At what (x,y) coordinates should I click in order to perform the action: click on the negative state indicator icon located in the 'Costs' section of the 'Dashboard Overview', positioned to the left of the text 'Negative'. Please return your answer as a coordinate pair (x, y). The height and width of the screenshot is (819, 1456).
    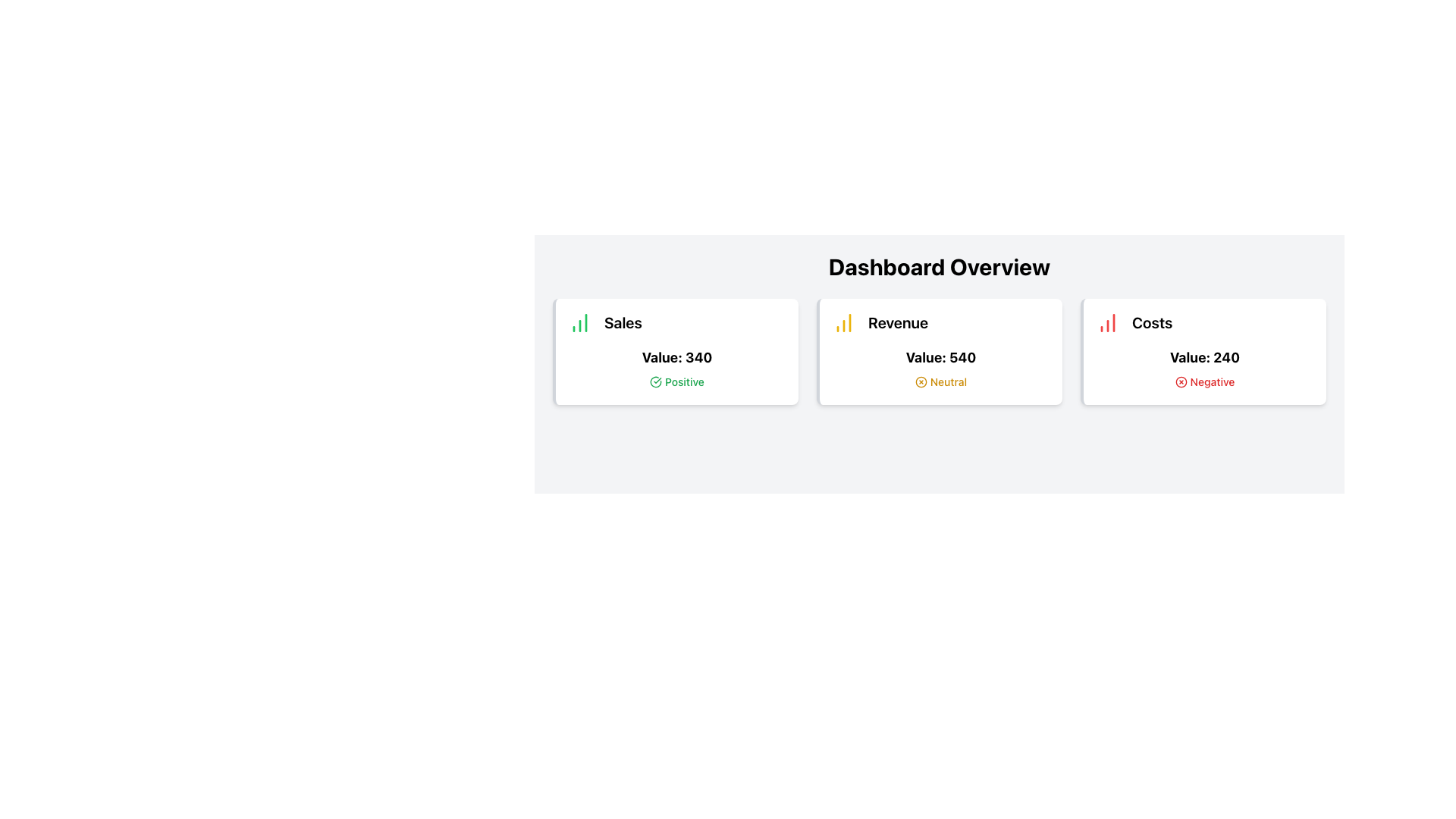
    Looking at the image, I should click on (1180, 381).